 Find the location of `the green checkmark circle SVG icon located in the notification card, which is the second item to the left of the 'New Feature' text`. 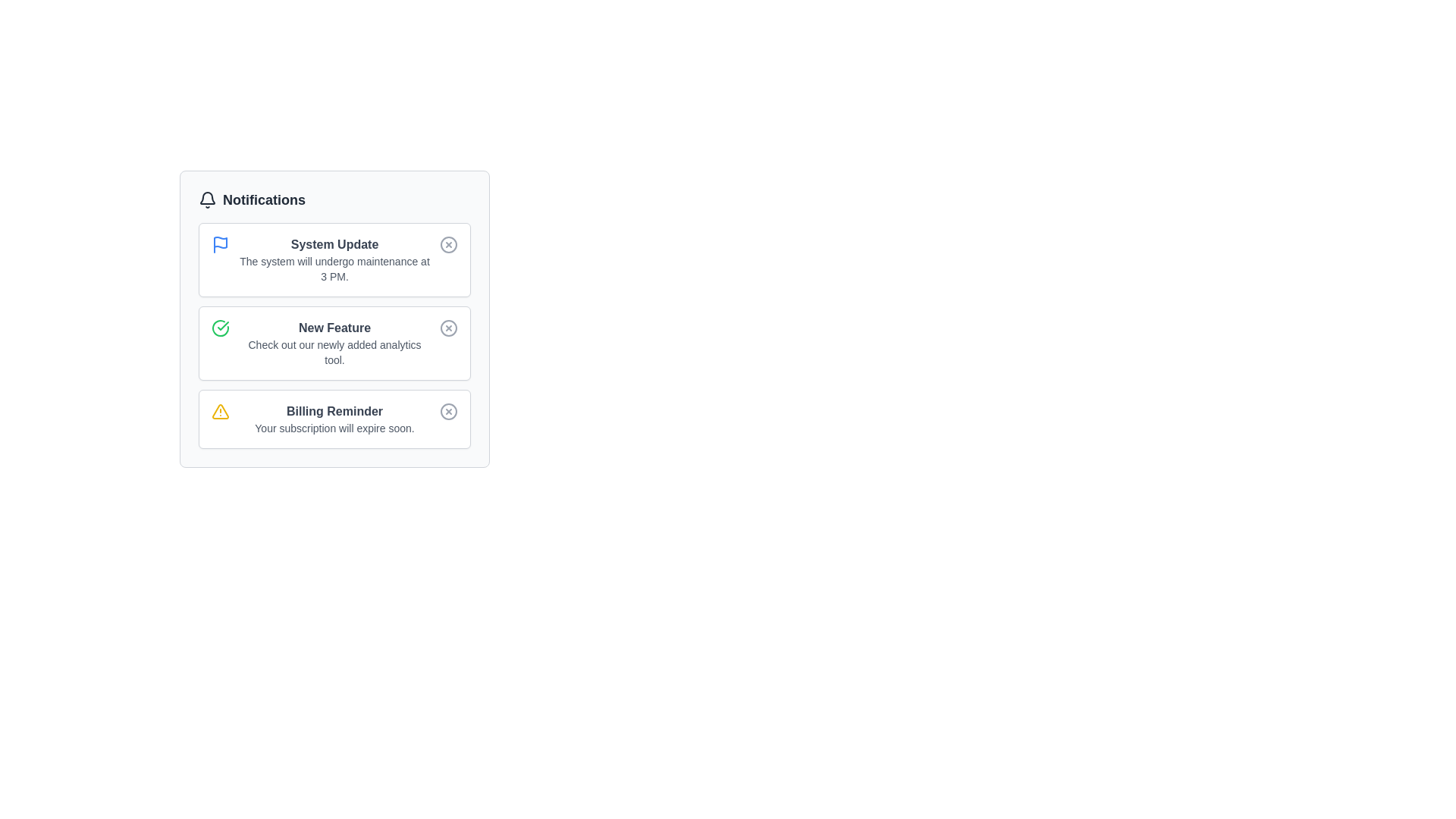

the green checkmark circle SVG icon located in the notification card, which is the second item to the left of the 'New Feature' text is located at coordinates (220, 327).